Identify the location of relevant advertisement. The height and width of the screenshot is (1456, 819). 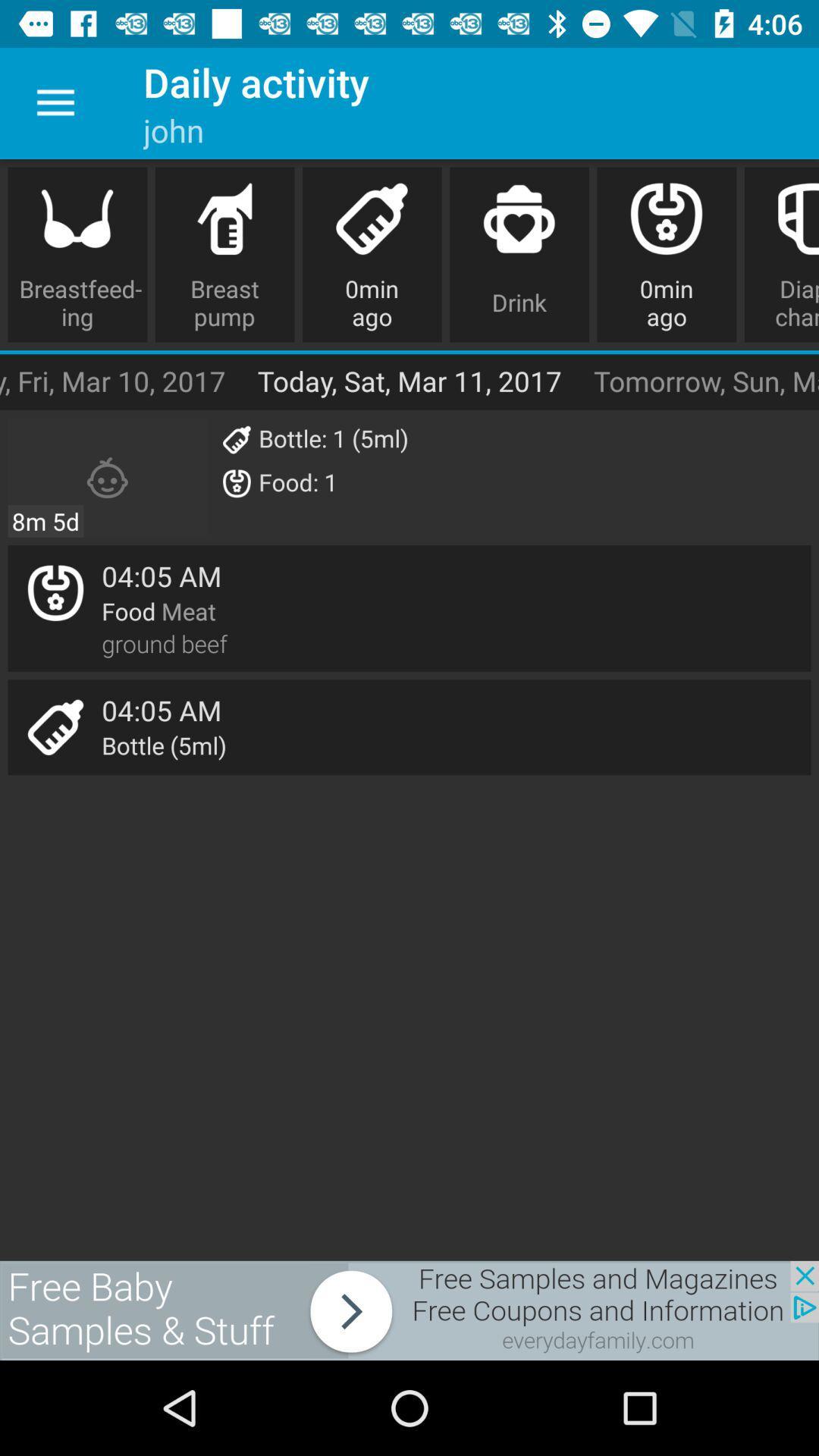
(409, 1310).